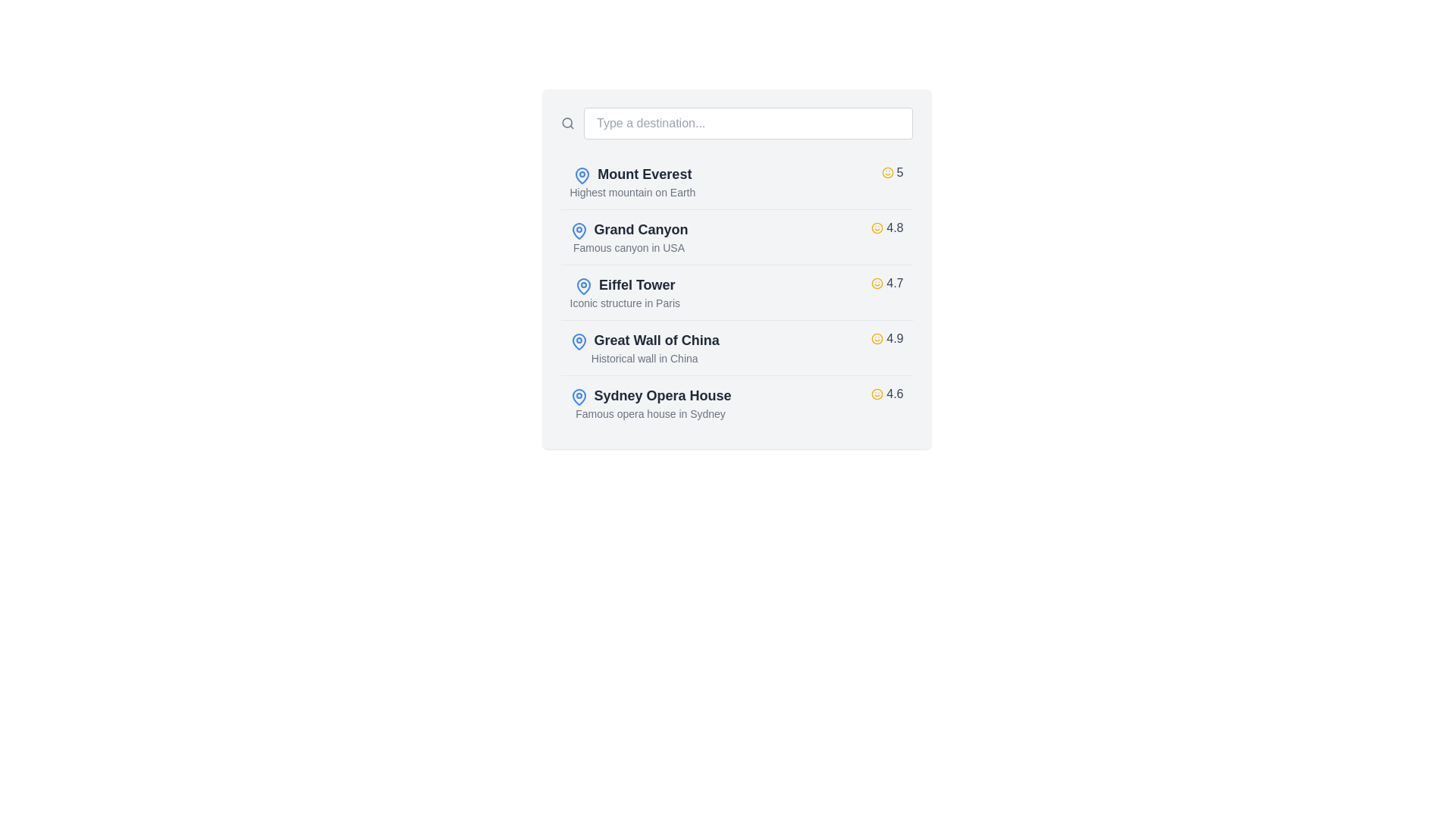 The image size is (1456, 819). Describe the element at coordinates (637, 284) in the screenshot. I see `text label displaying 'Eiffel Tower' which is located in the second row of a list, characterized by a bold font style and dark gray color` at that location.